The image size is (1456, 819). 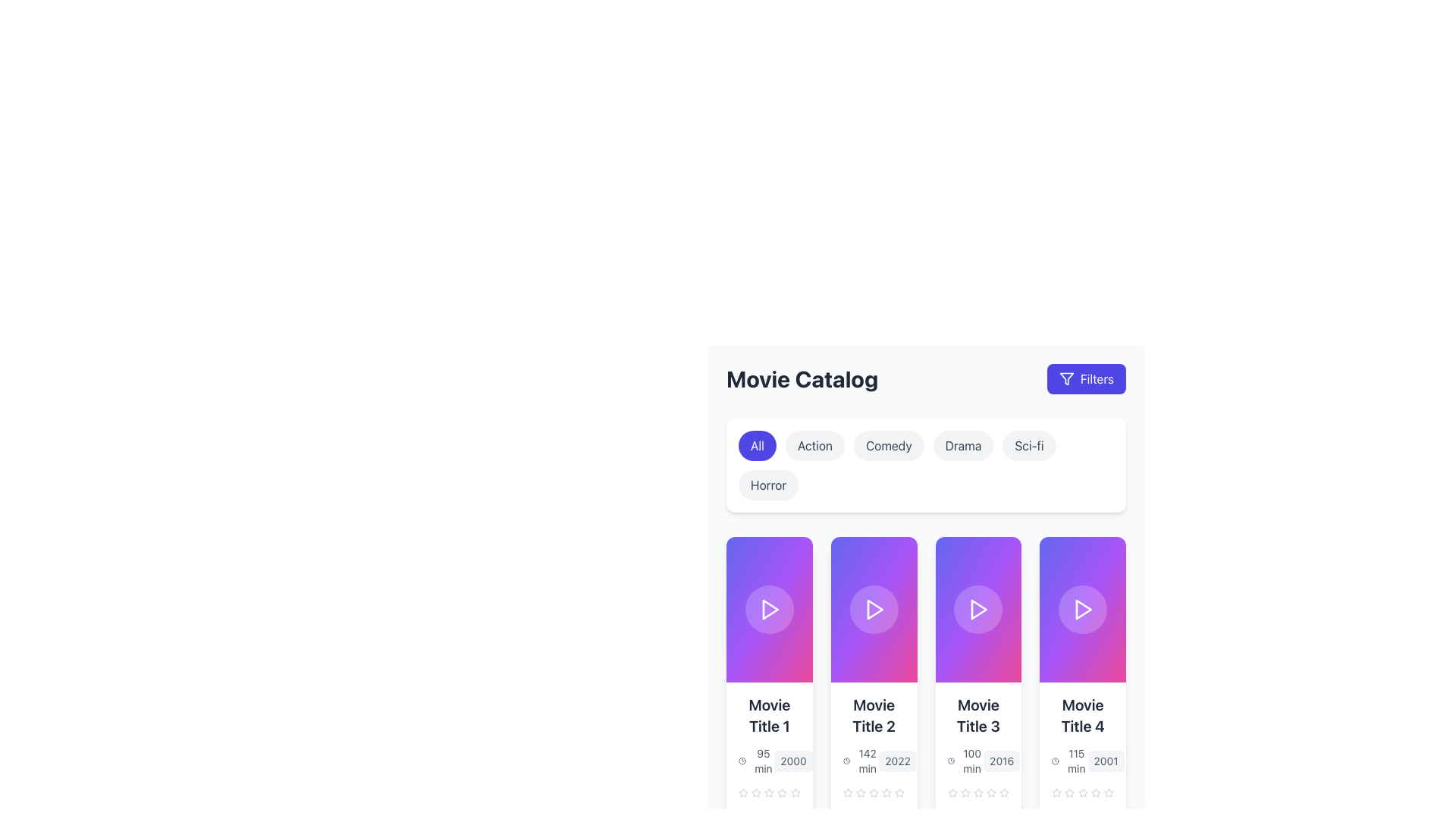 What do you see at coordinates (978, 792) in the screenshot?
I see `the star in the rating component for 'Movie Title 3' to set a rating` at bounding box center [978, 792].